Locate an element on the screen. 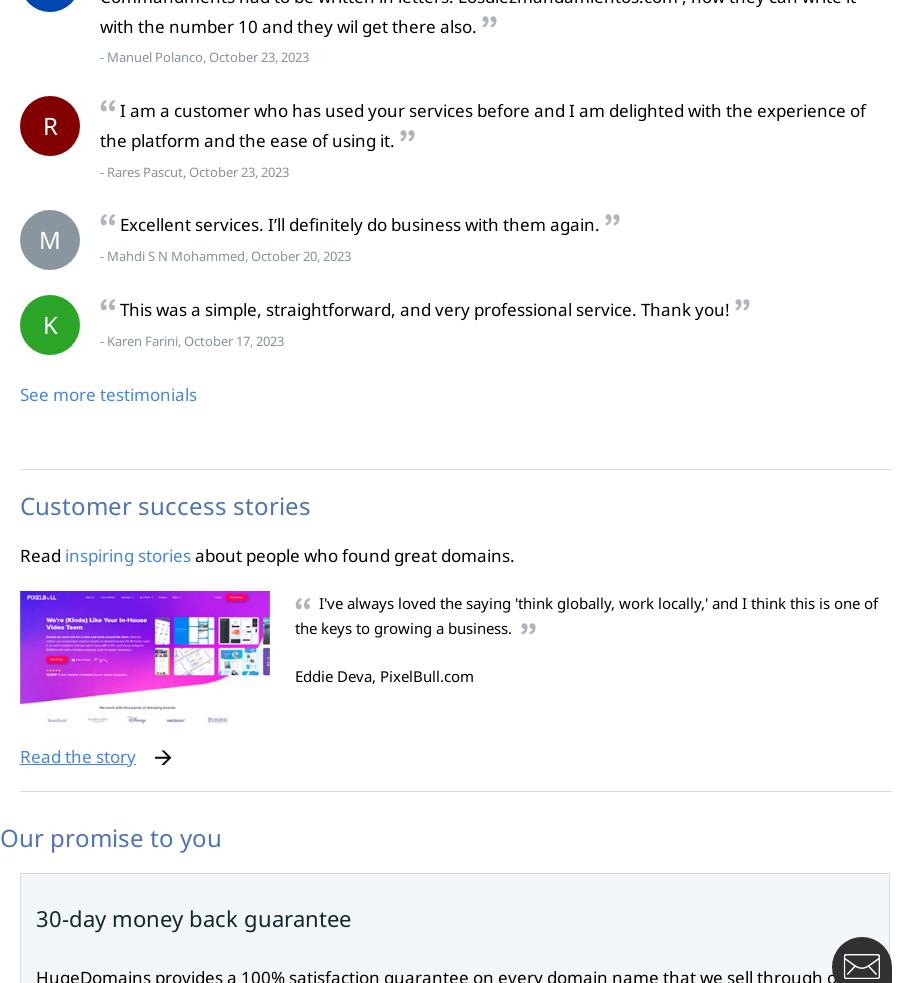  'I am a customer who has used your services before and I am delighted with the experience of the platform and the ease of using it.' is located at coordinates (482, 124).